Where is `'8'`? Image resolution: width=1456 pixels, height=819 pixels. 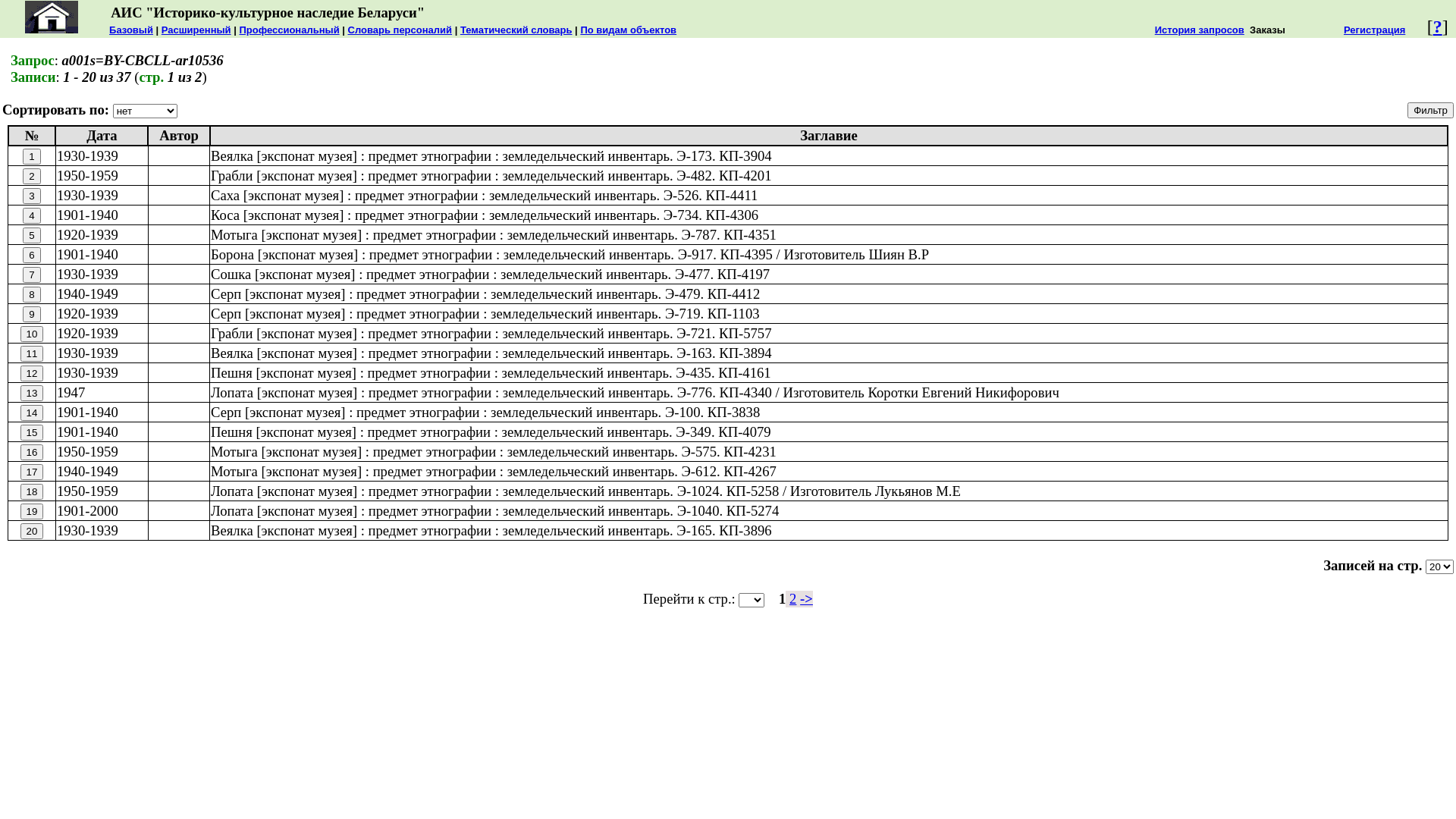 '8' is located at coordinates (22, 294).